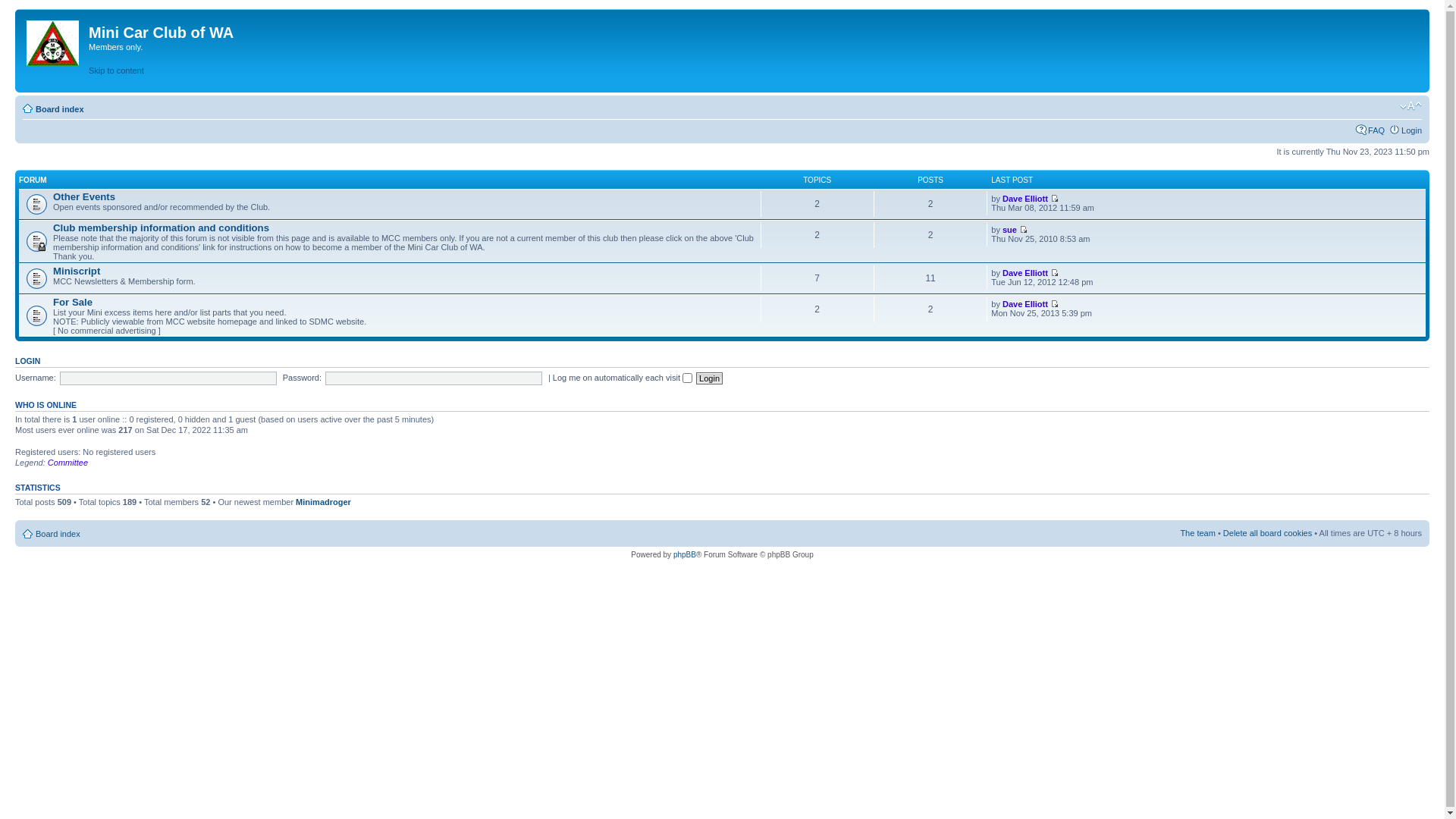  I want to click on 'Delete all board cookies', so click(1222, 532).